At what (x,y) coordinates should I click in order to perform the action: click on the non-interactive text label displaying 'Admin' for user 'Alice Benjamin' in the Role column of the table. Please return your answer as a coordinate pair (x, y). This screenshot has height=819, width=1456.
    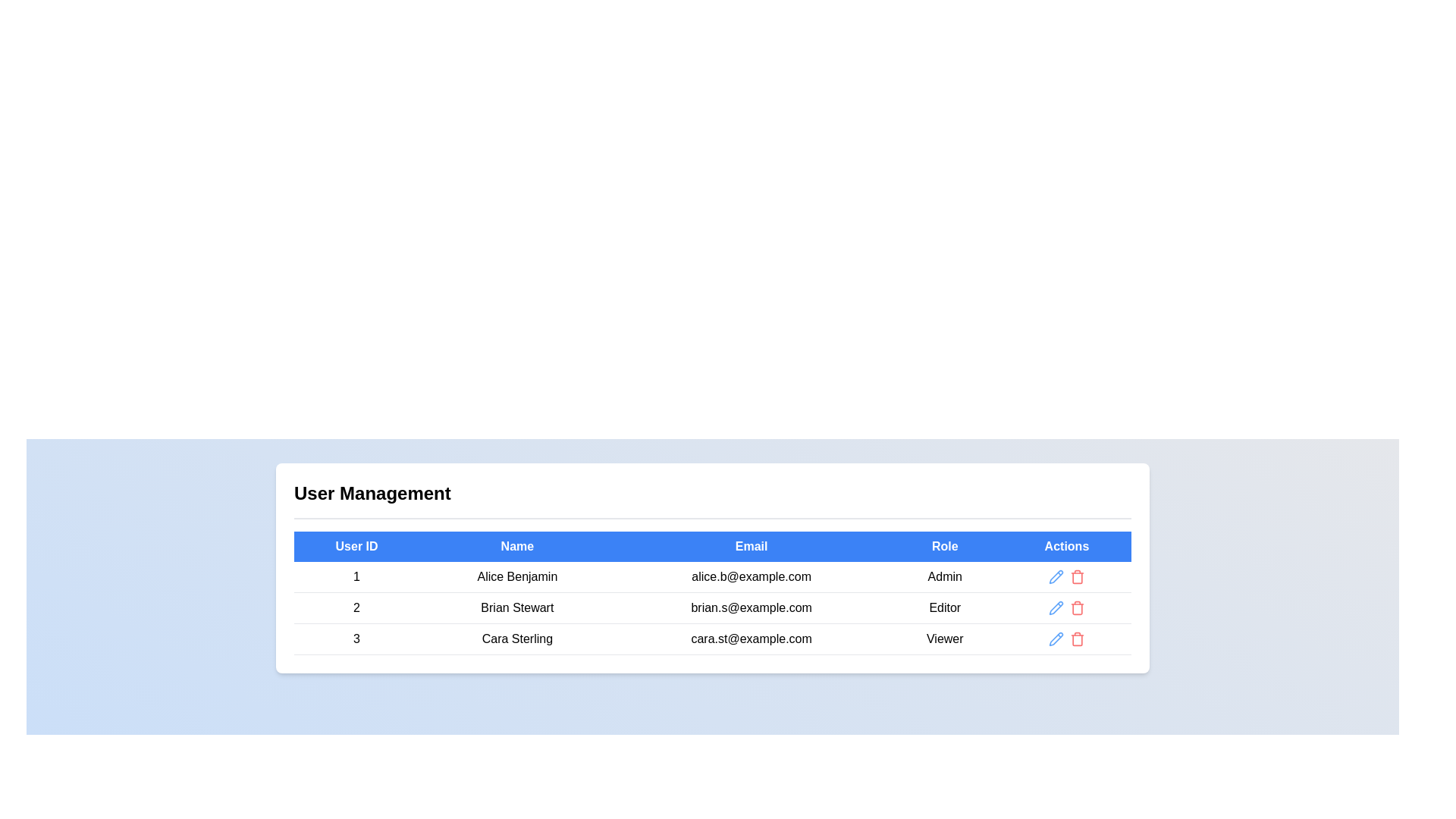
    Looking at the image, I should click on (944, 577).